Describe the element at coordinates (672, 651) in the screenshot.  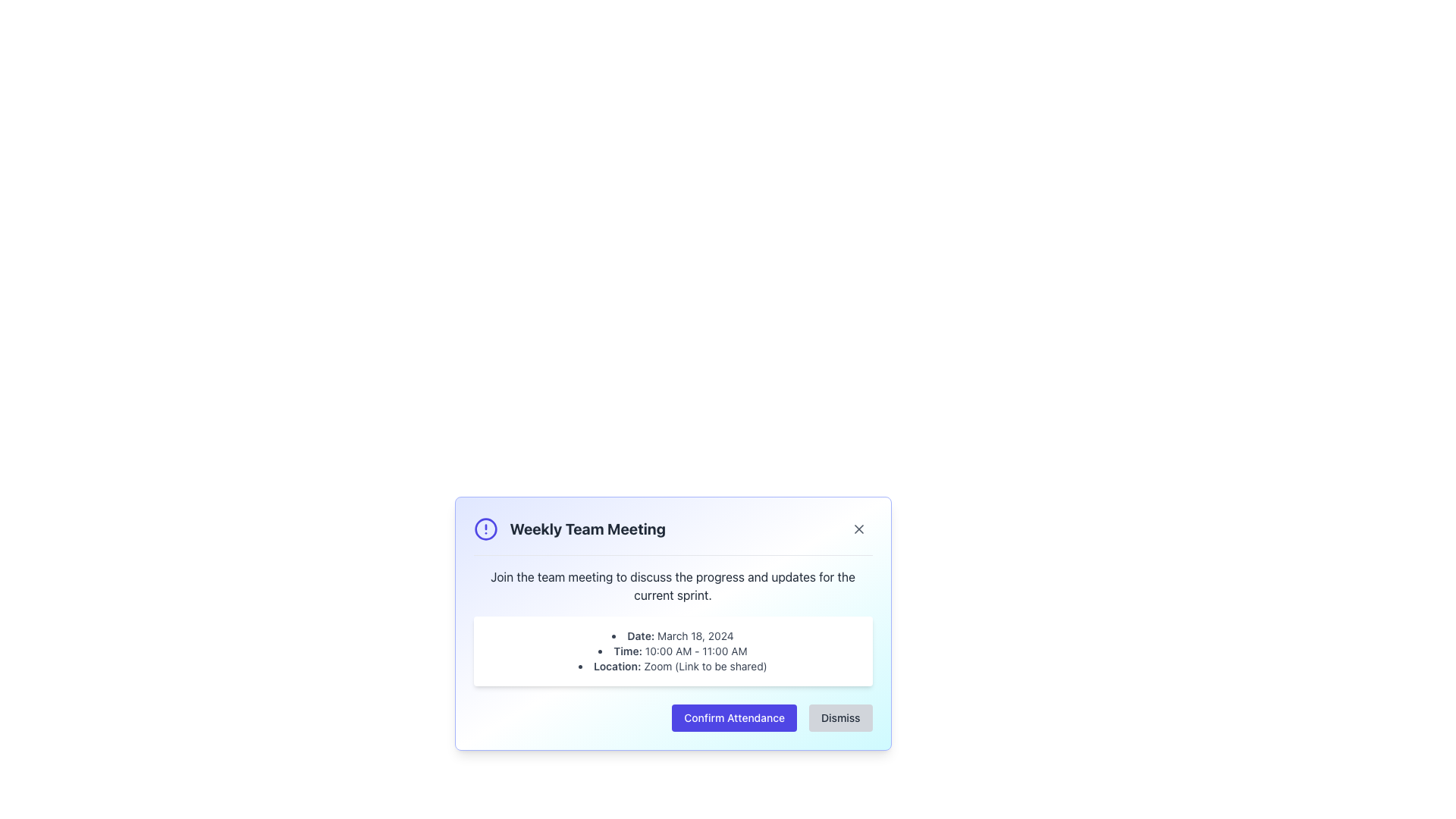
I see `information displayed in the Text block that provides details about the meeting's date, time, and location, which is positioned below the introductory paragraph and above the action buttons` at that location.